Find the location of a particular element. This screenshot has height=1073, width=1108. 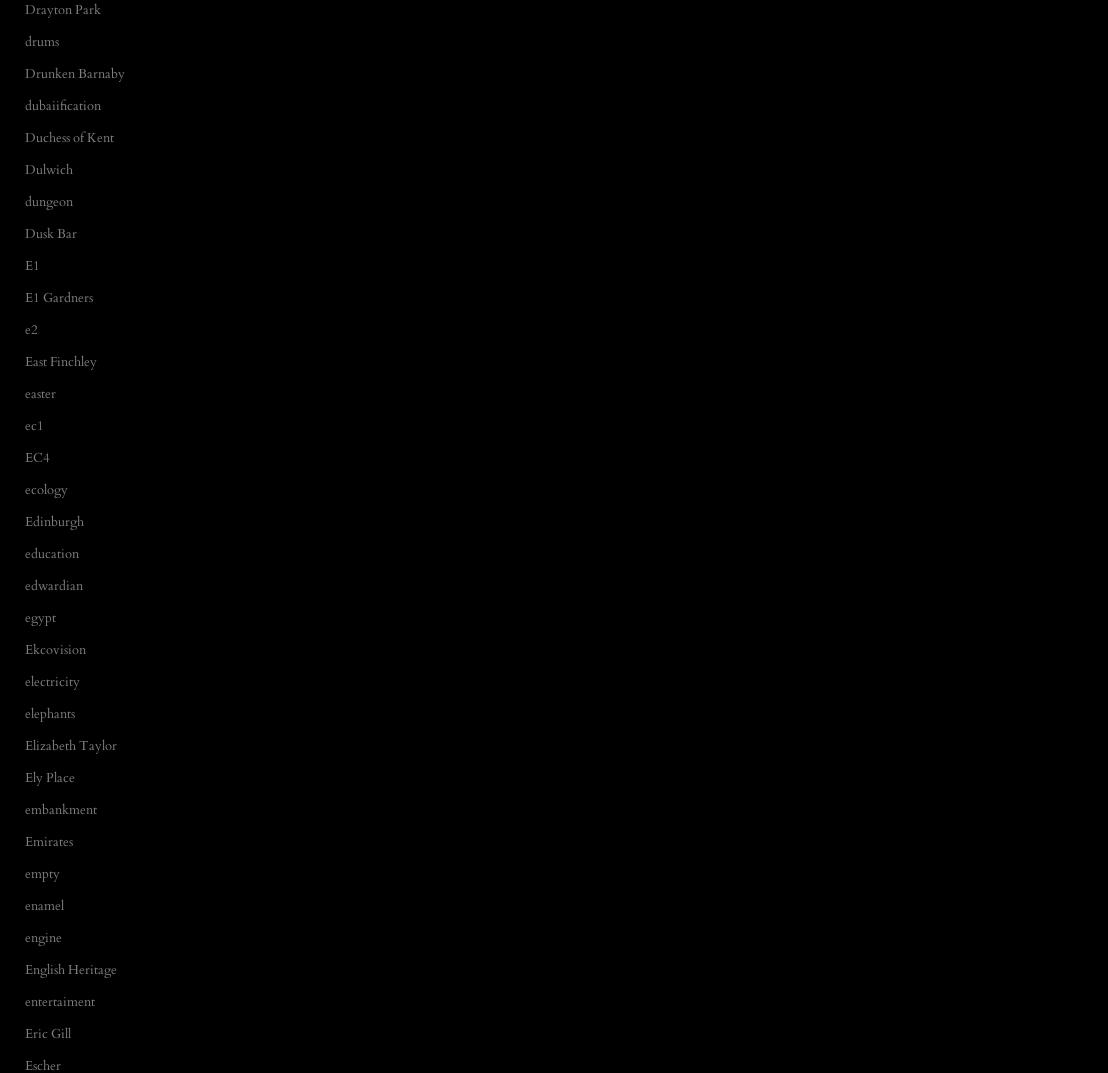

'Dusk Bar' is located at coordinates (49, 232).